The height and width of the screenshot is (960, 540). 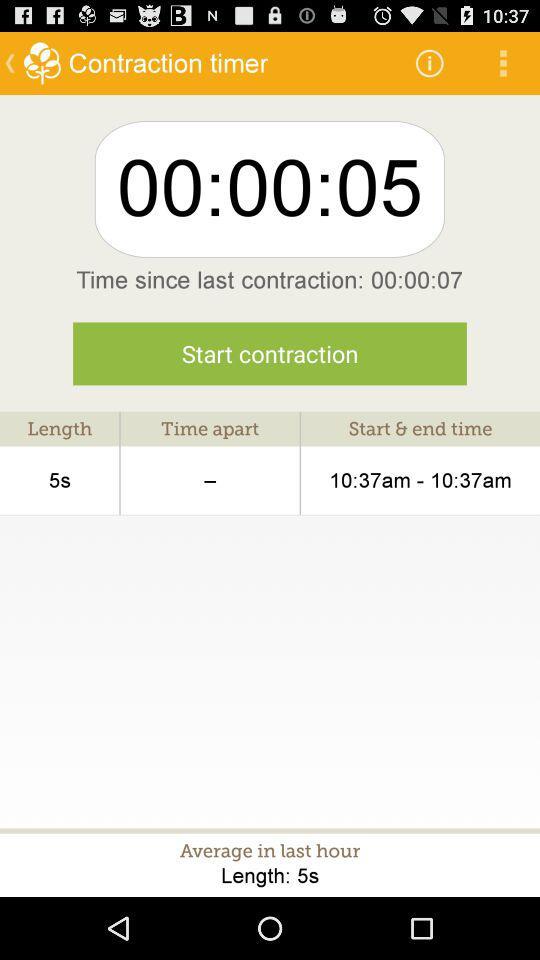 I want to click on 10 37am 10 item, so click(x=419, y=480).